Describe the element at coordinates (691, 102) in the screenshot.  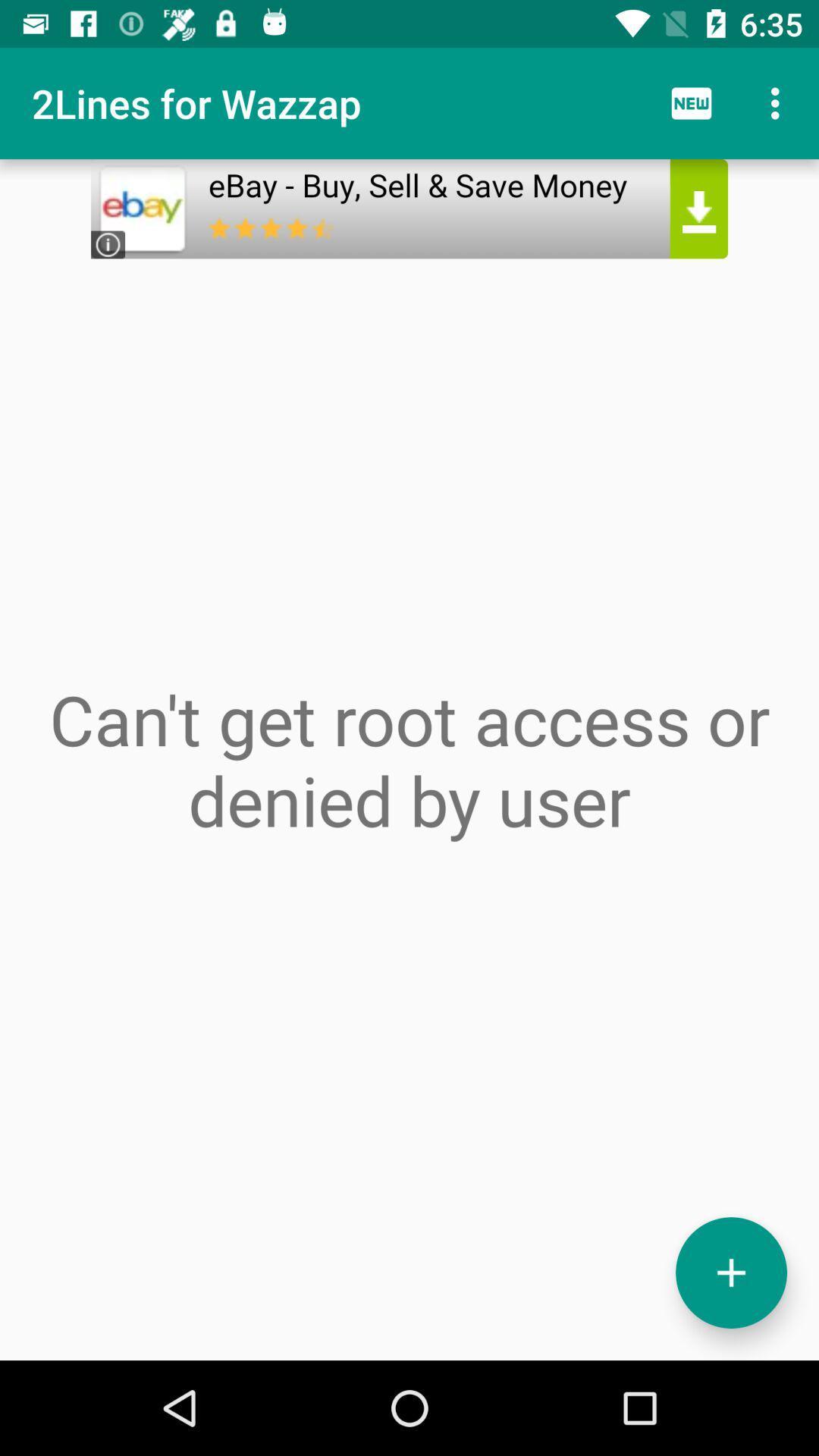
I see `the item next to the 2lines for wazzap item` at that location.